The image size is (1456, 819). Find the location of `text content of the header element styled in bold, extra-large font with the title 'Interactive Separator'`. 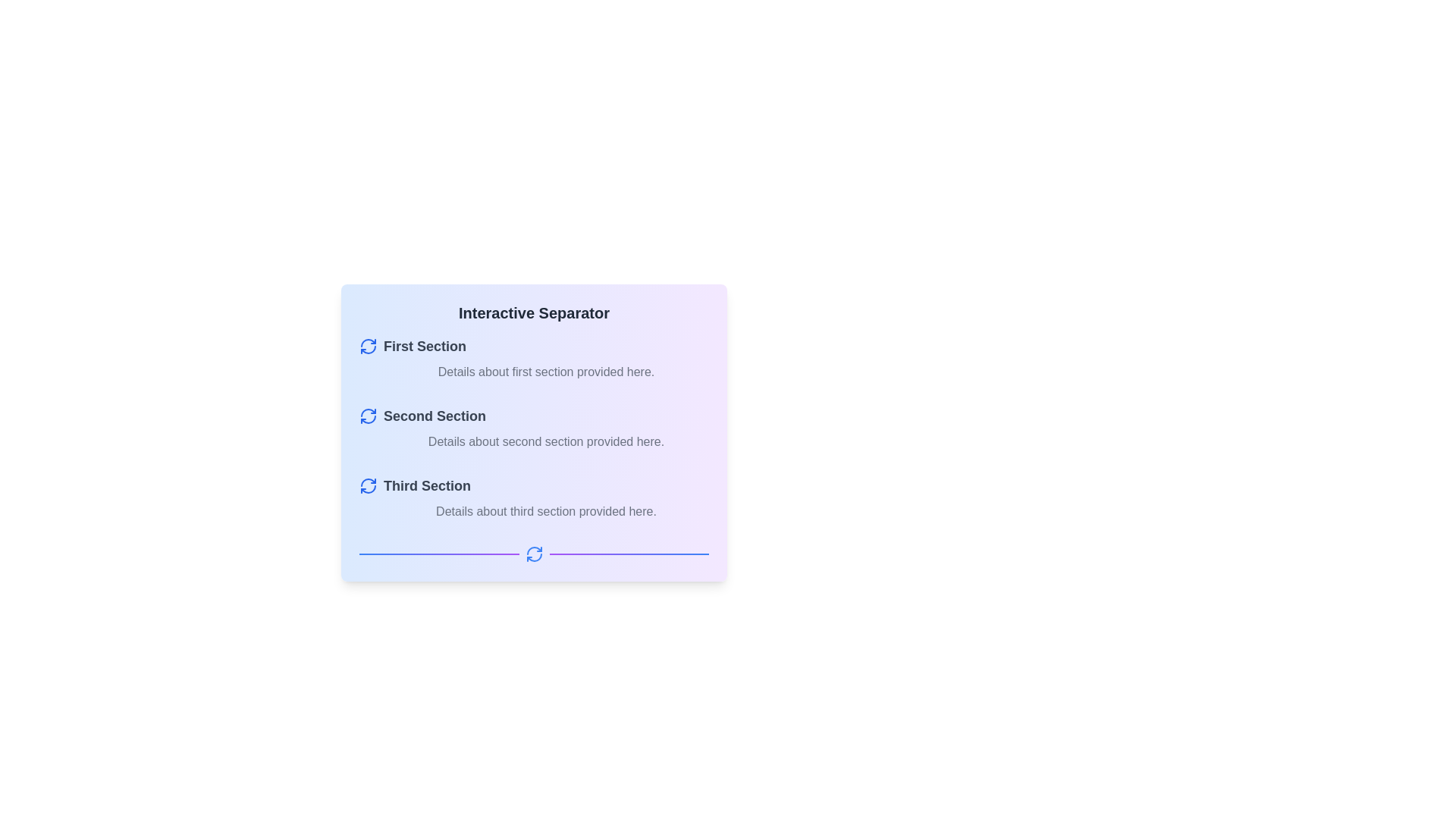

text content of the header element styled in bold, extra-large font with the title 'Interactive Separator' is located at coordinates (534, 312).